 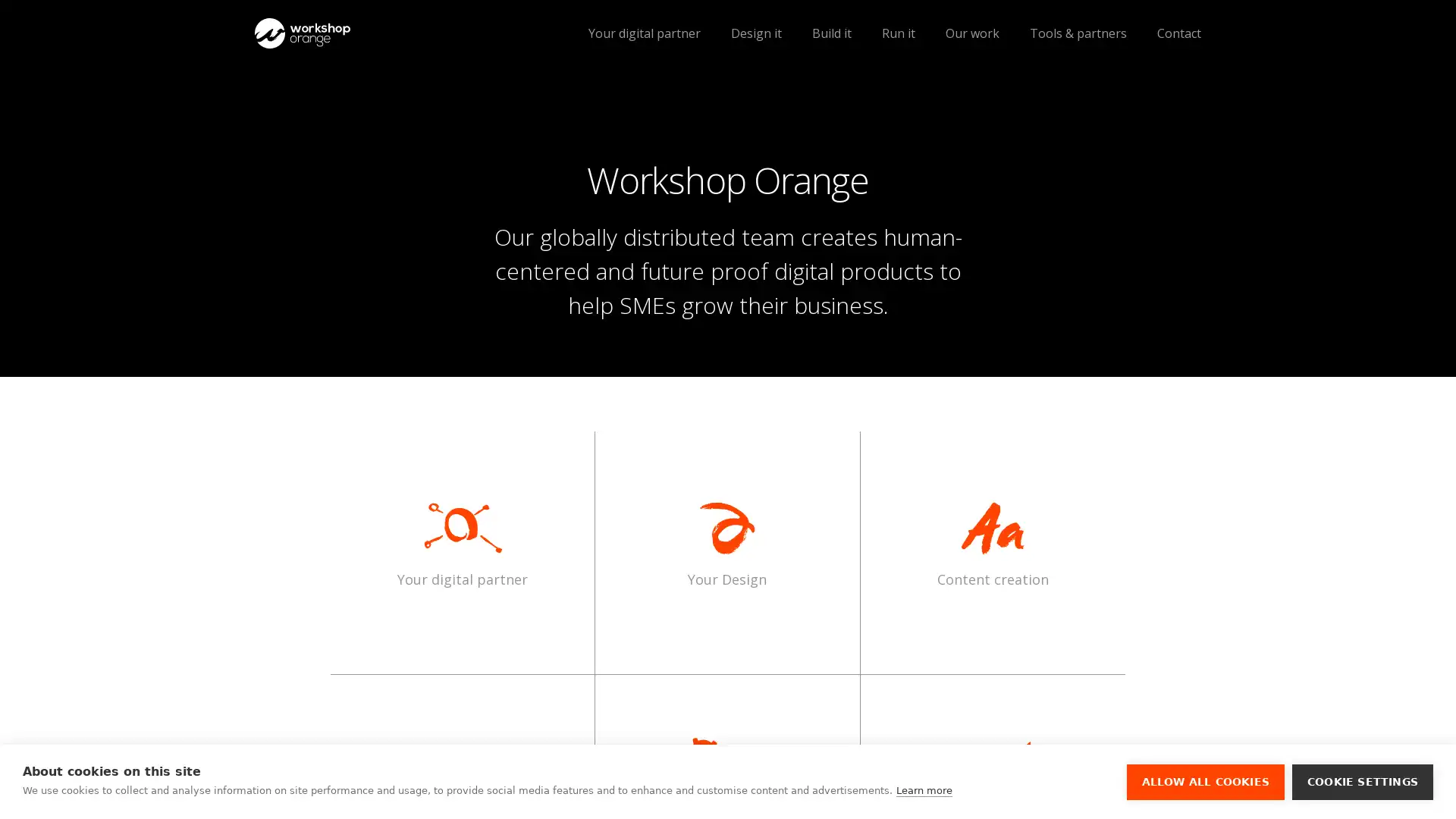 What do you see at coordinates (461, 544) in the screenshot?
I see `Your digital partner` at bounding box center [461, 544].